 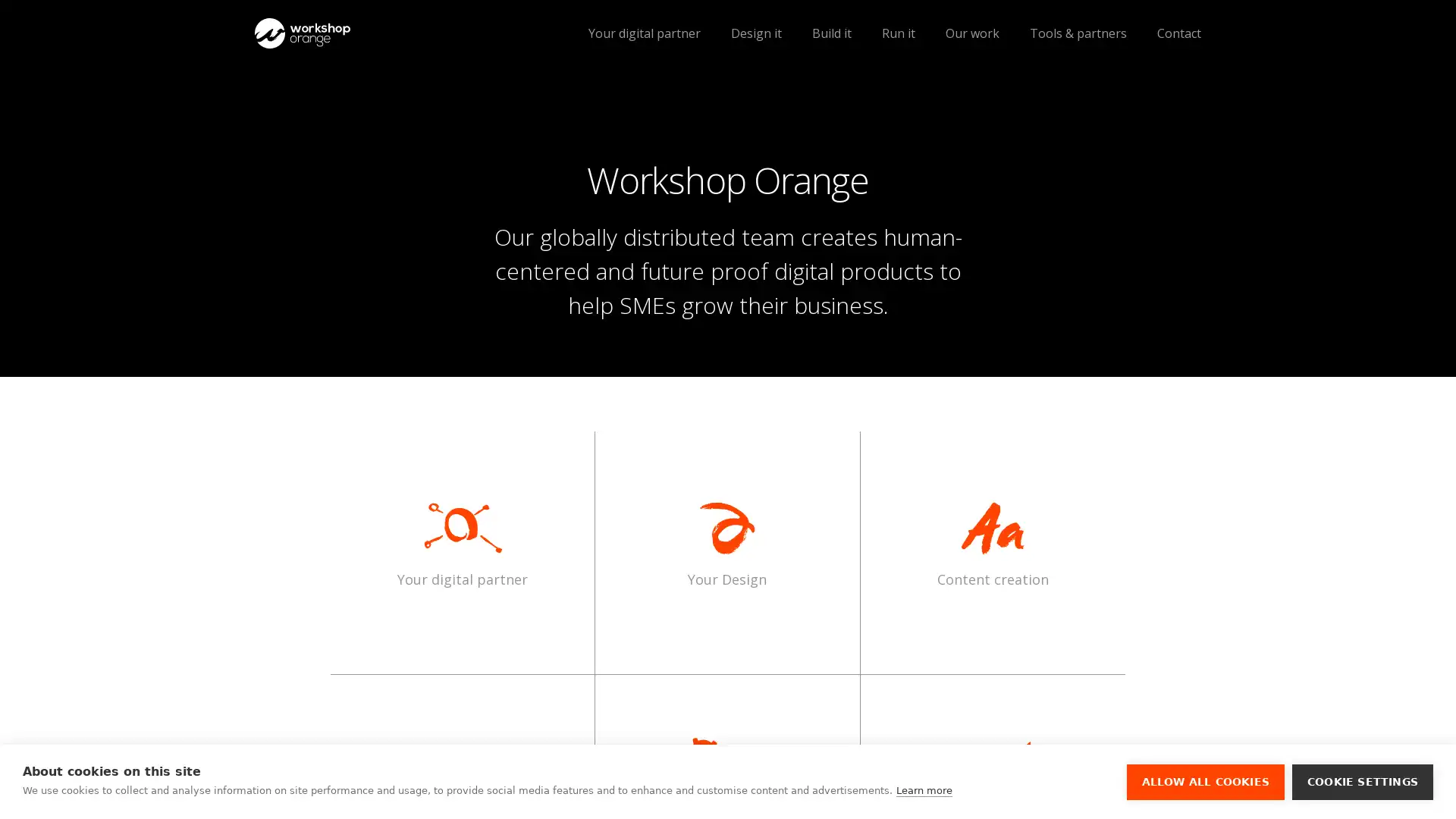 What do you see at coordinates (461, 544) in the screenshot?
I see `Your digital partner` at bounding box center [461, 544].